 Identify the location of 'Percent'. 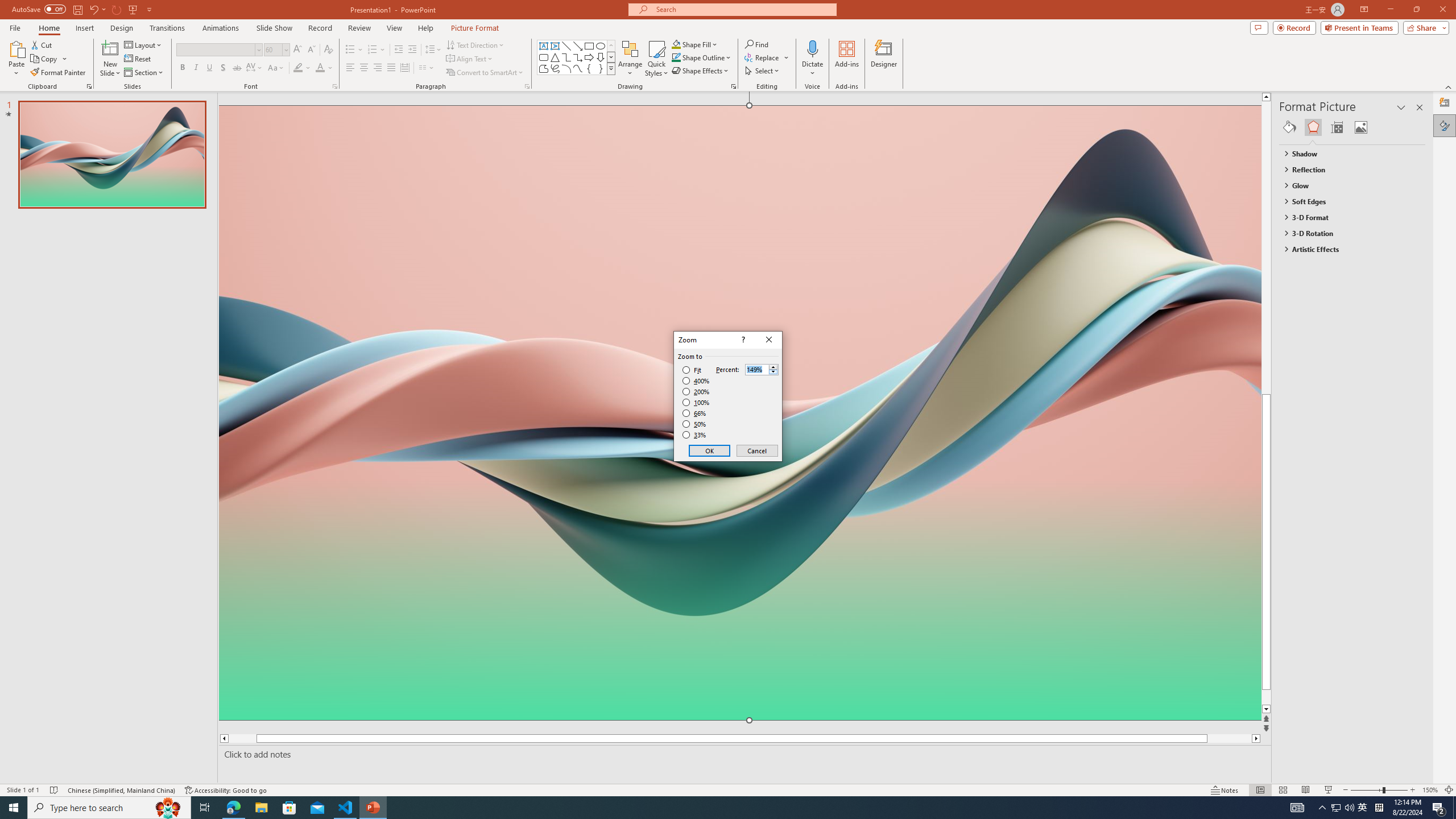
(762, 369).